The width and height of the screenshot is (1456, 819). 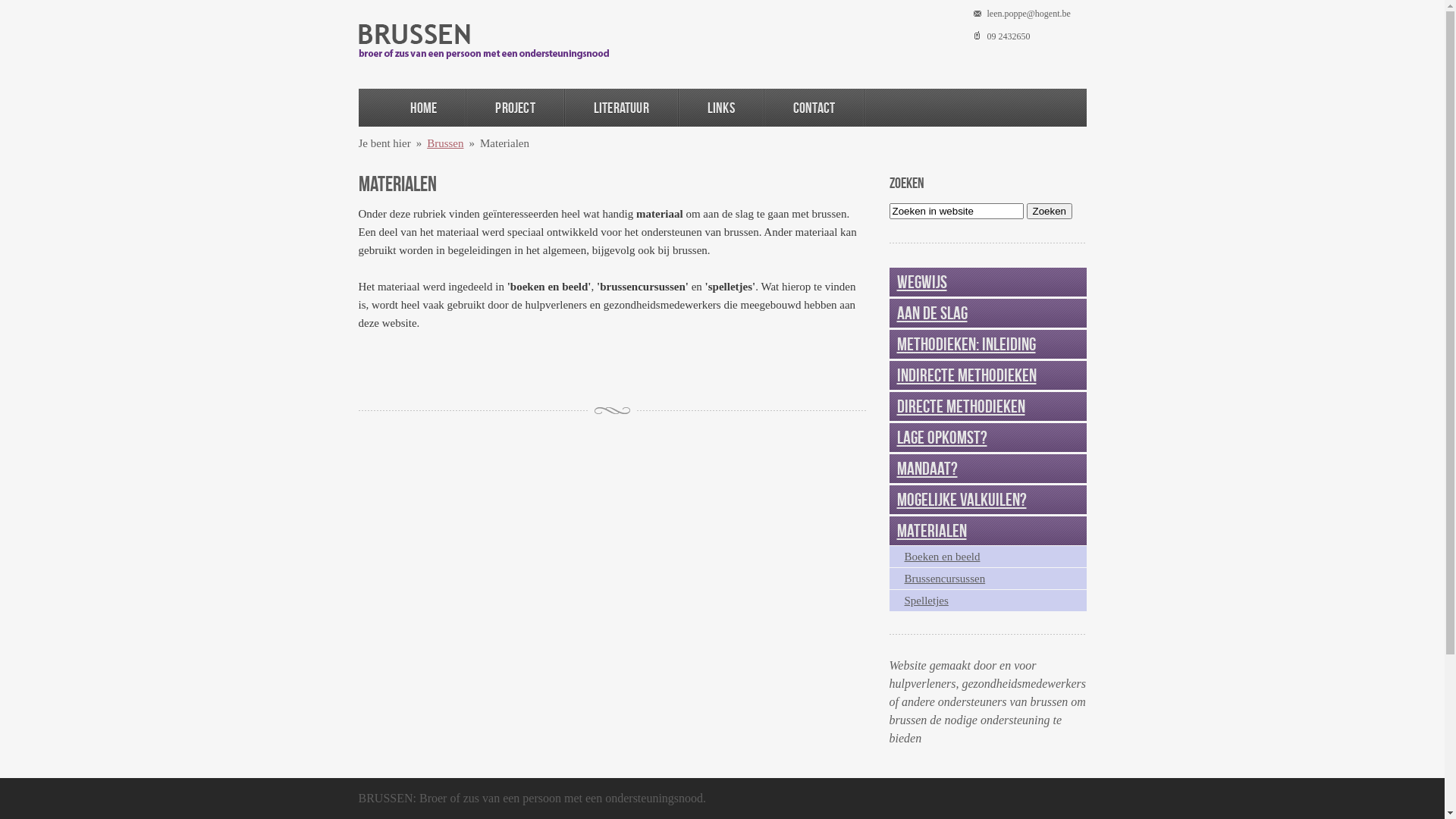 What do you see at coordinates (959, 406) in the screenshot?
I see `'Directe methodieken'` at bounding box center [959, 406].